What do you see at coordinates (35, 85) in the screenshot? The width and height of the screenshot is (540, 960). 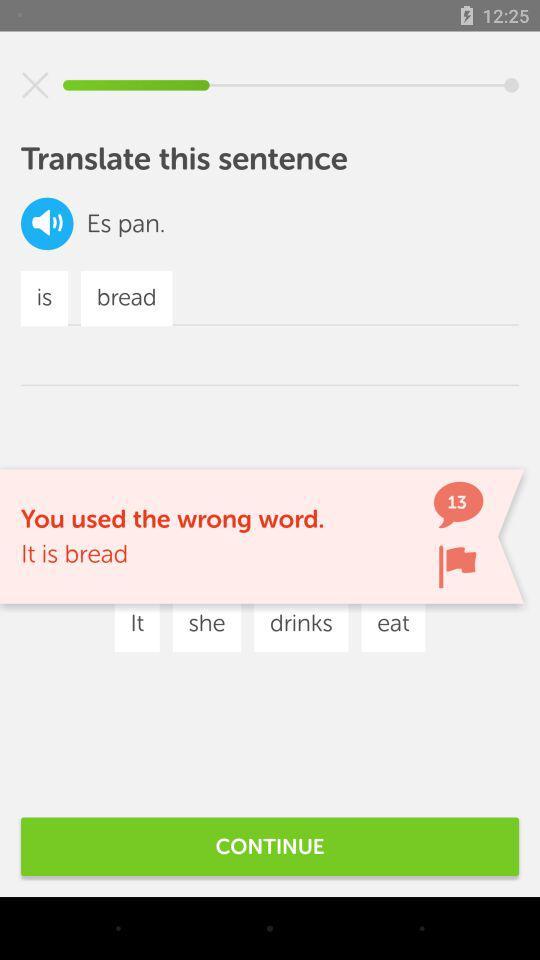 I see `mute volume` at bounding box center [35, 85].